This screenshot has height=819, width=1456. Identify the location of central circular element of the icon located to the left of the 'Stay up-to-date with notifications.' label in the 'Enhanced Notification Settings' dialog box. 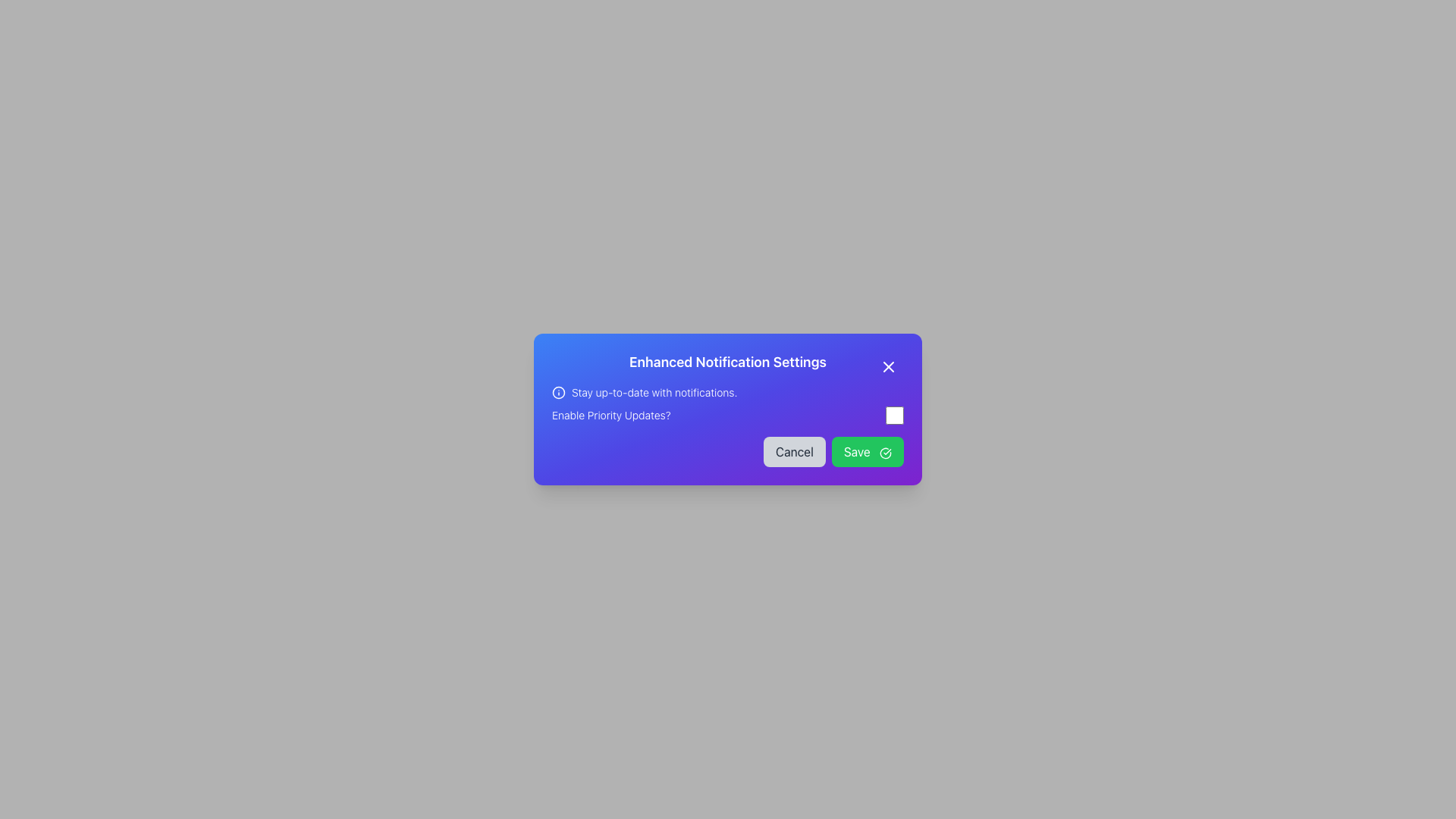
(558, 391).